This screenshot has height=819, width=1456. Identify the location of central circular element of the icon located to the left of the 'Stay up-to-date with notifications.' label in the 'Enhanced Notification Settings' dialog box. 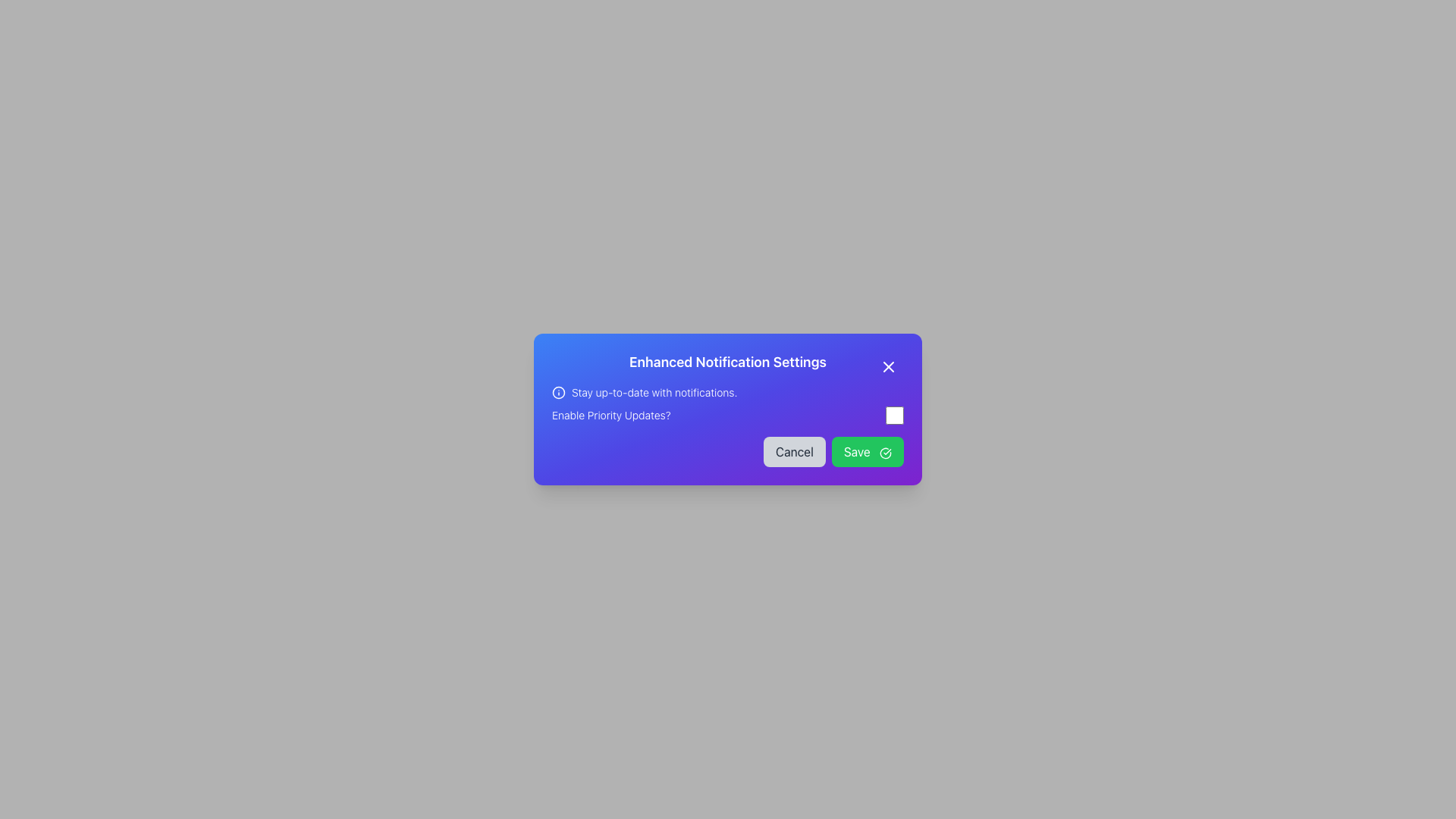
(558, 391).